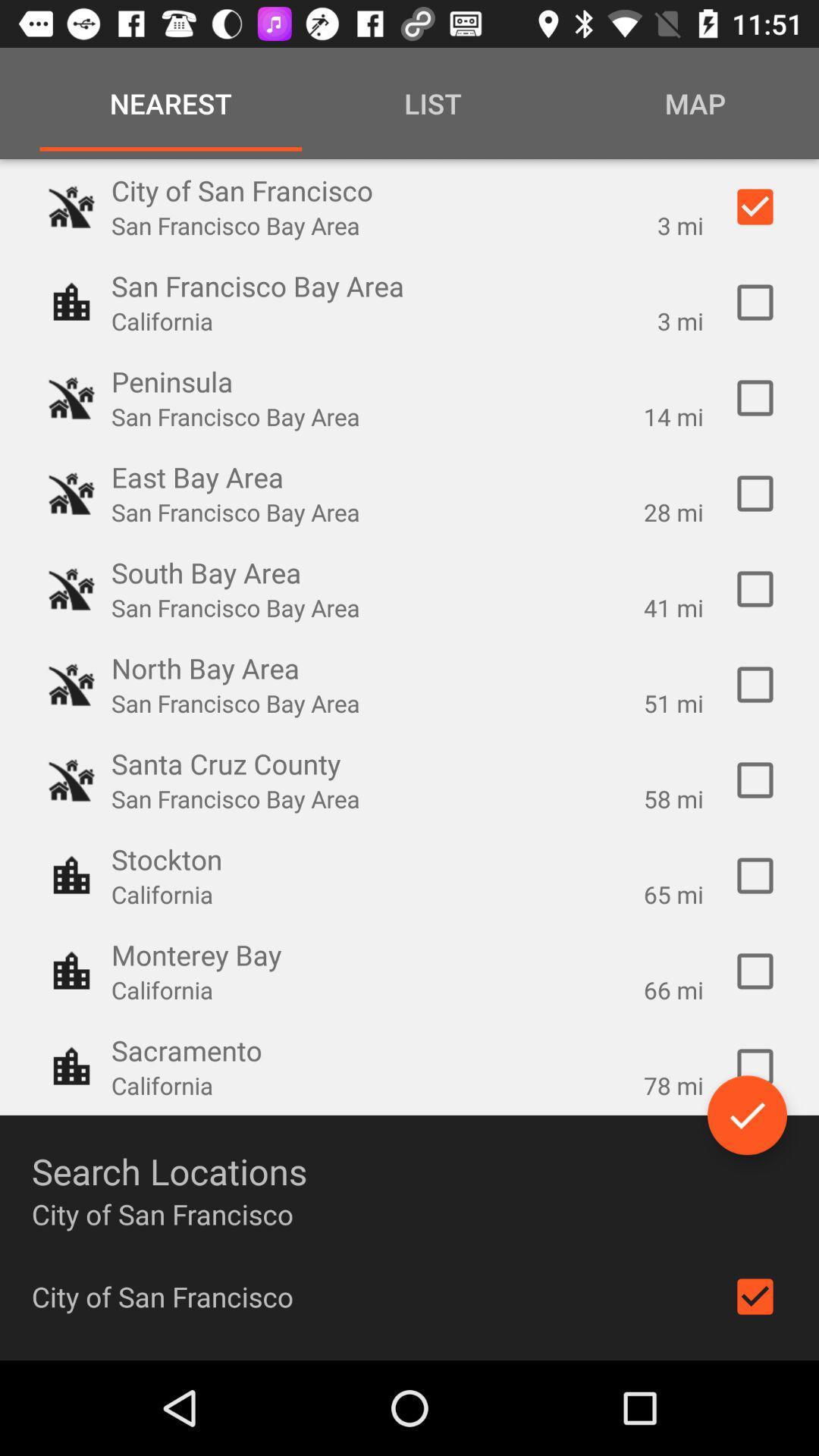 This screenshot has height=1456, width=819. Describe the element at coordinates (691, 103) in the screenshot. I see `the text map at the bottom` at that location.